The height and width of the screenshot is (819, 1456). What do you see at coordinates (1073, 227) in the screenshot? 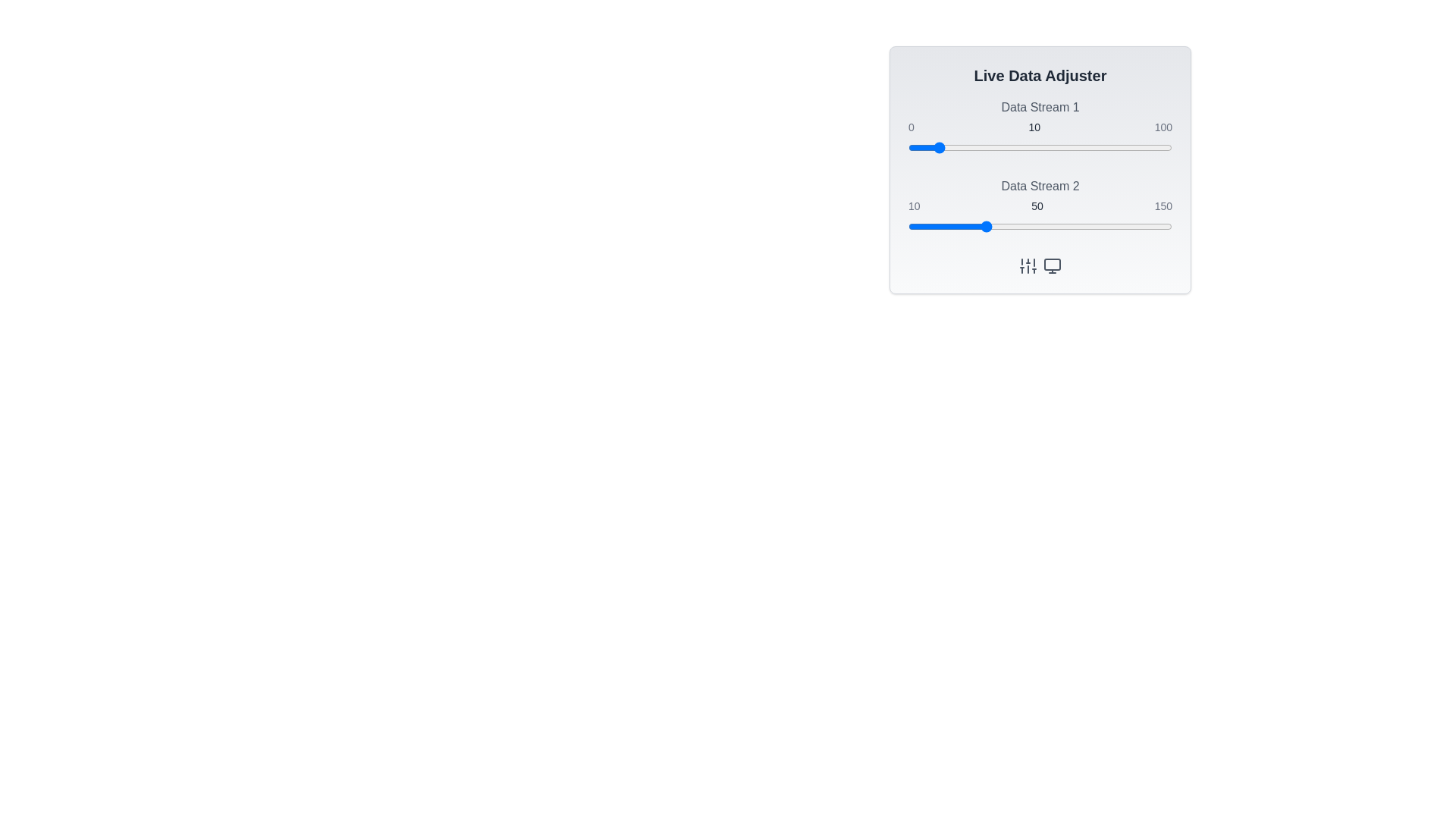
I see `the Data Stream 2 value` at bounding box center [1073, 227].